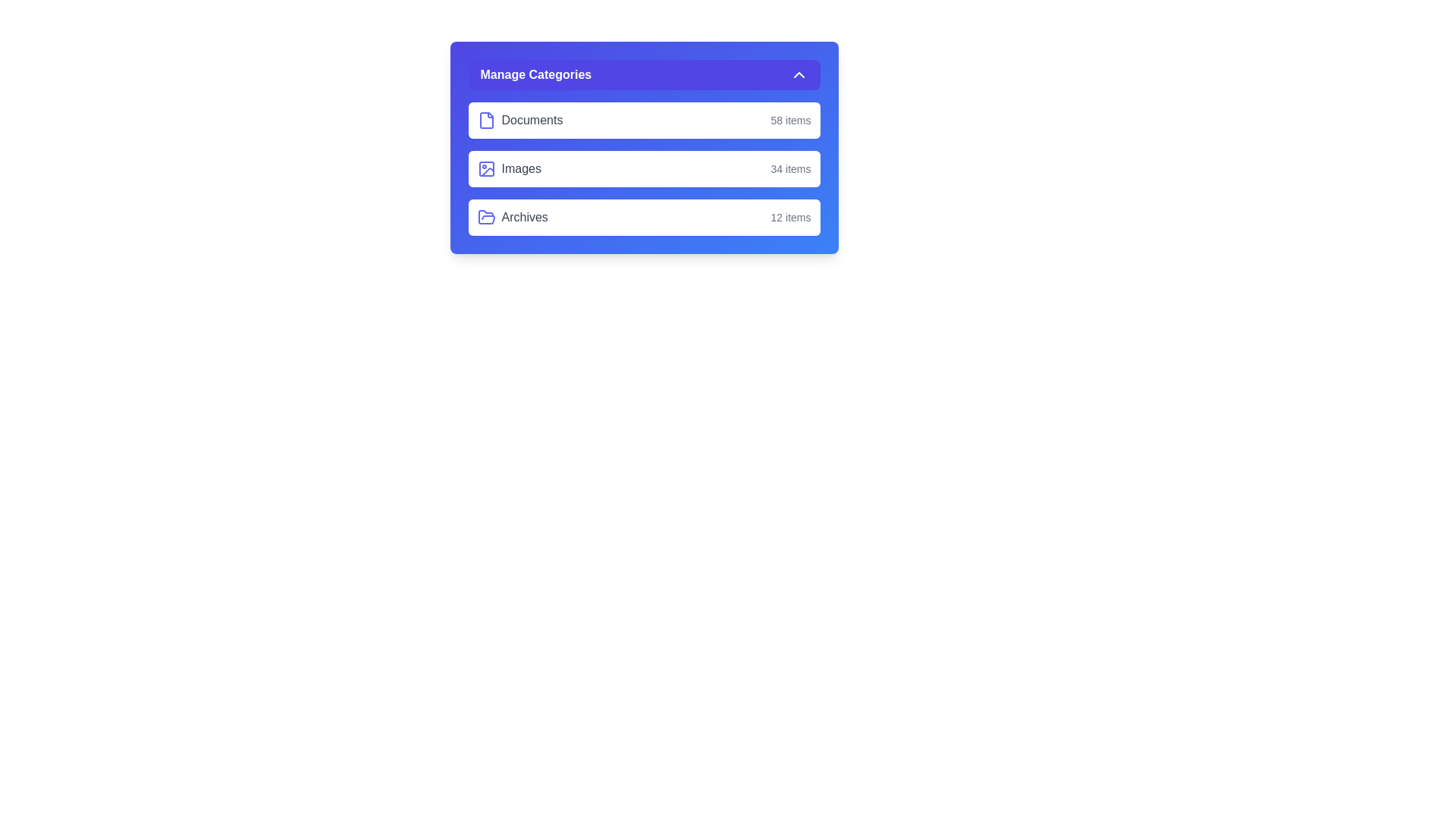 Image resolution: width=1456 pixels, height=819 pixels. What do you see at coordinates (644, 119) in the screenshot?
I see `the category Documents by clicking on its corresponding button` at bounding box center [644, 119].